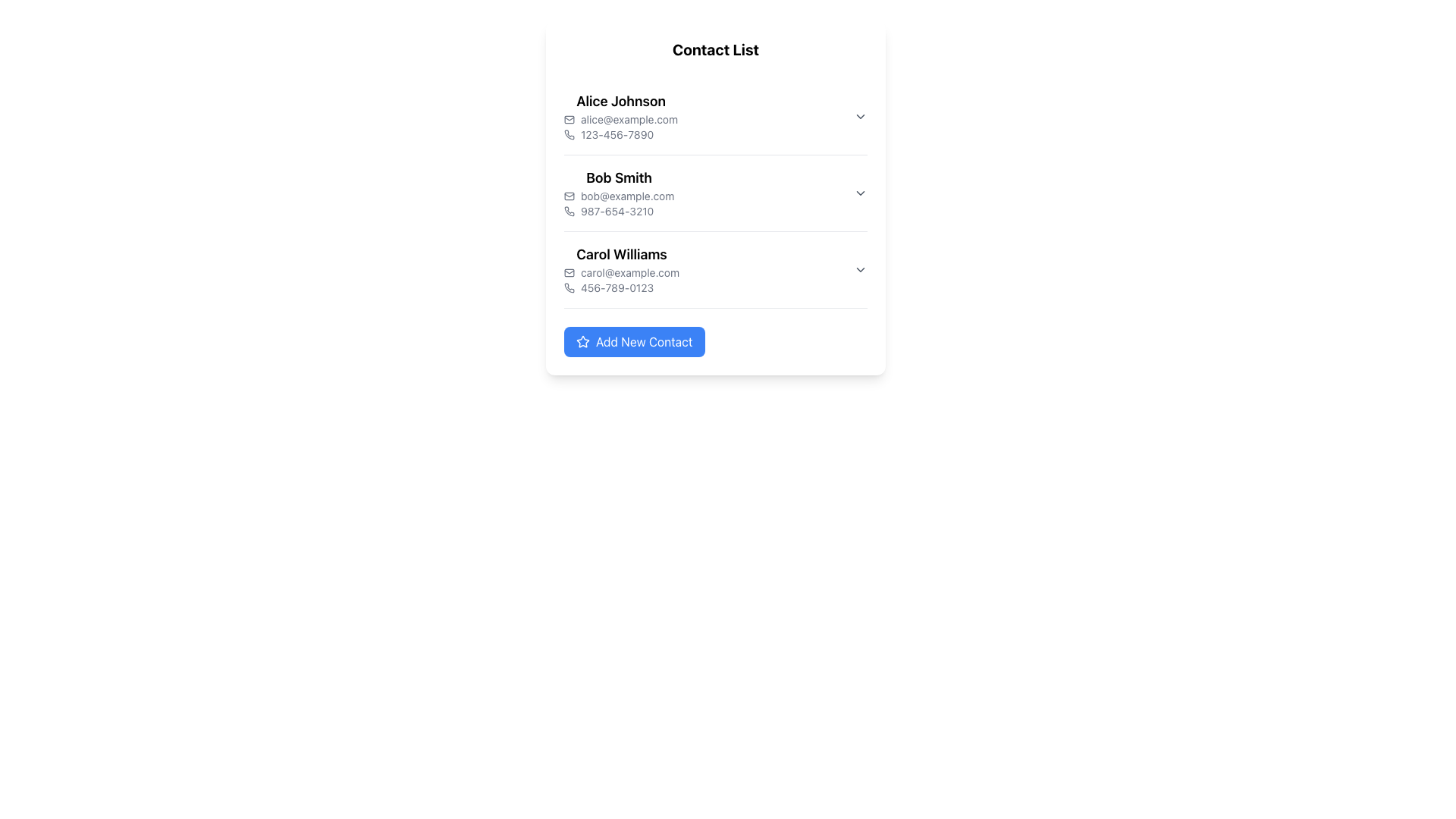  What do you see at coordinates (860, 192) in the screenshot?
I see `the dropdown toggle icon button located at the far right of the row containing the contact 'Bob Smith'` at bounding box center [860, 192].